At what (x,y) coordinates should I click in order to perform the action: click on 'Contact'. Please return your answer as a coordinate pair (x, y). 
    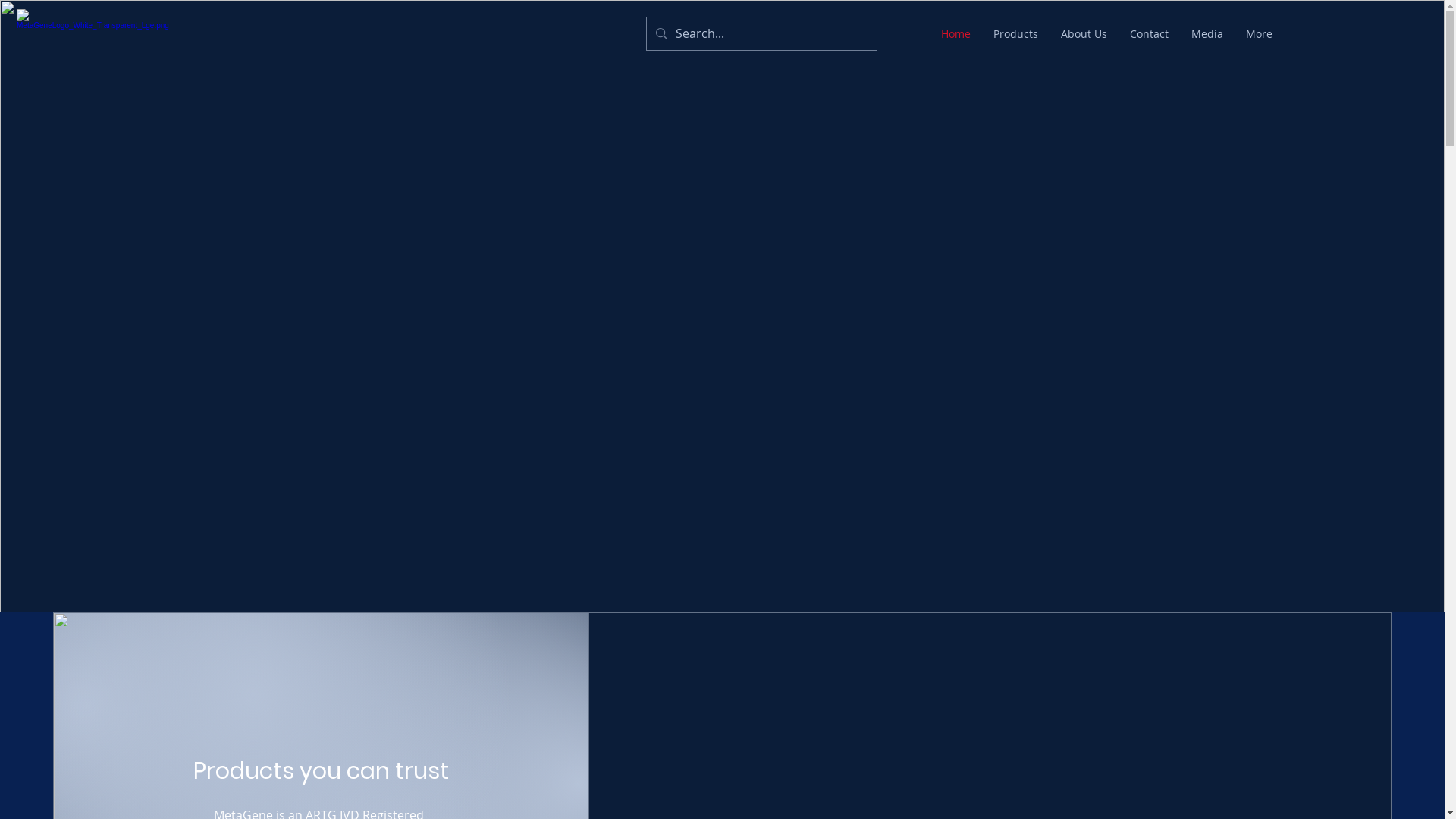
    Looking at the image, I should click on (1118, 34).